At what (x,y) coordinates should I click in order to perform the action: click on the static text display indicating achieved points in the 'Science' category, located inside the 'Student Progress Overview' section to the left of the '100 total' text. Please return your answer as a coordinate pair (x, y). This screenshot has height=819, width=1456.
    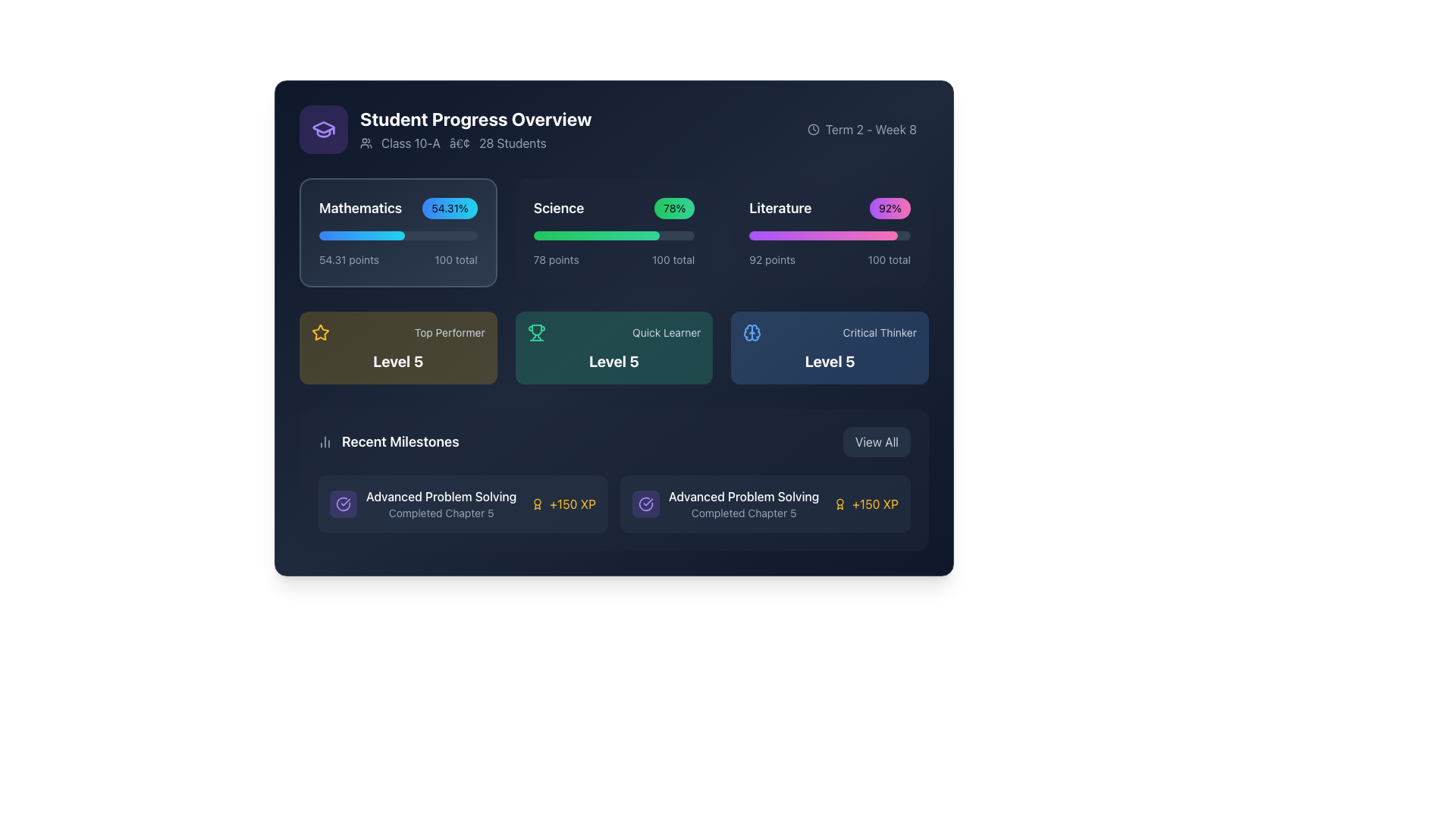
    Looking at the image, I should click on (555, 259).